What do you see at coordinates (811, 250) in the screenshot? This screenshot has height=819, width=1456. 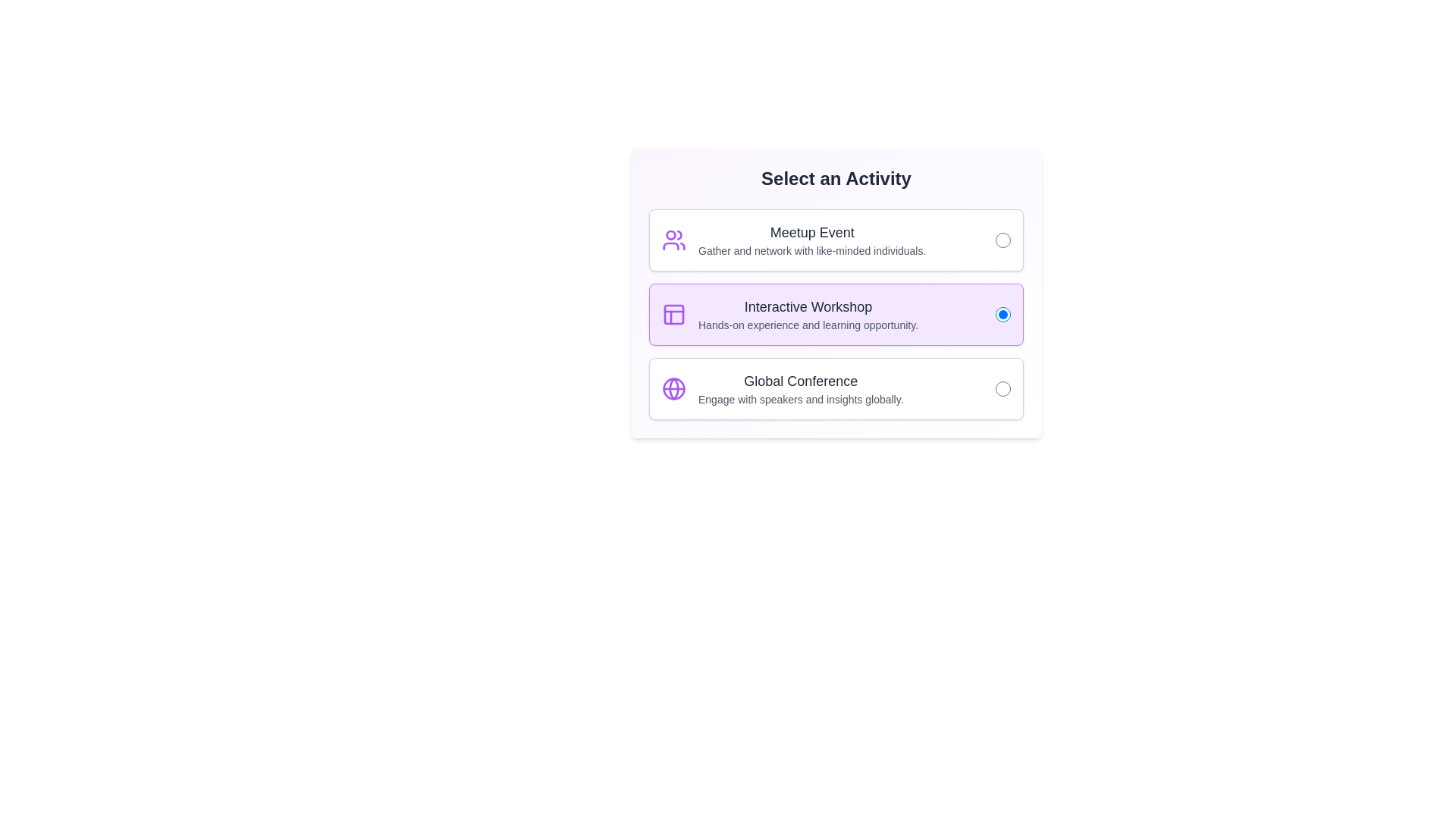 I see `the Text label providing descriptive information about the 'Meetup Event' activity, which is located directly below the 'Meetup Event' title in the first card of the activities section` at bounding box center [811, 250].